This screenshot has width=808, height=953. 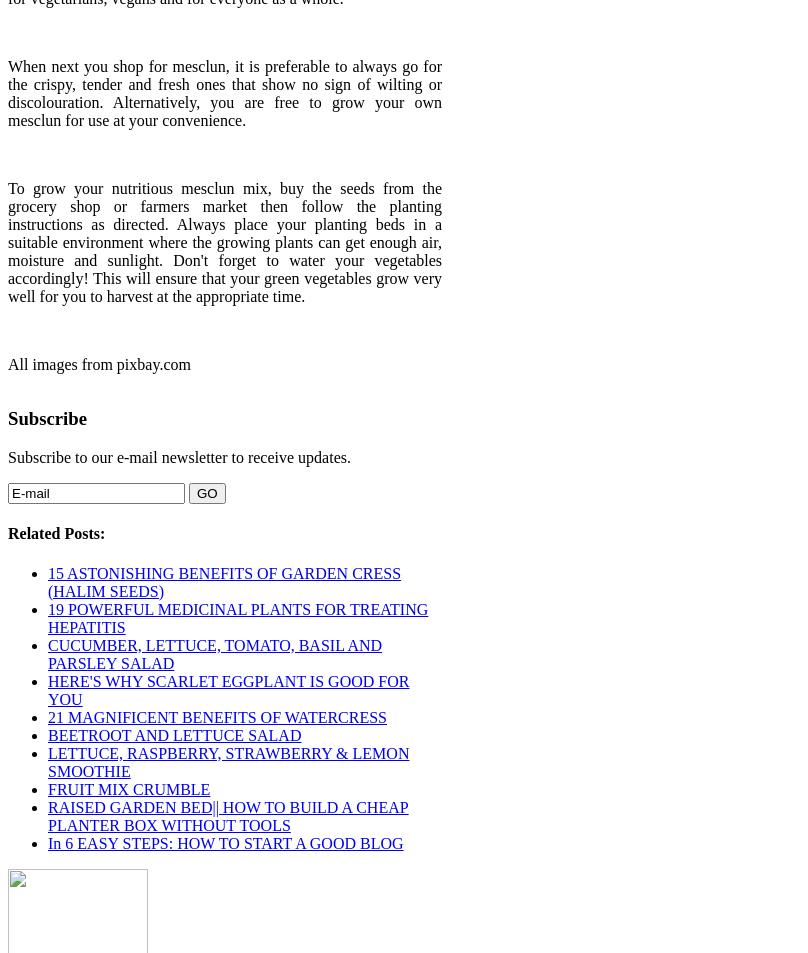 What do you see at coordinates (47, 417) in the screenshot?
I see `'Subscribe'` at bounding box center [47, 417].